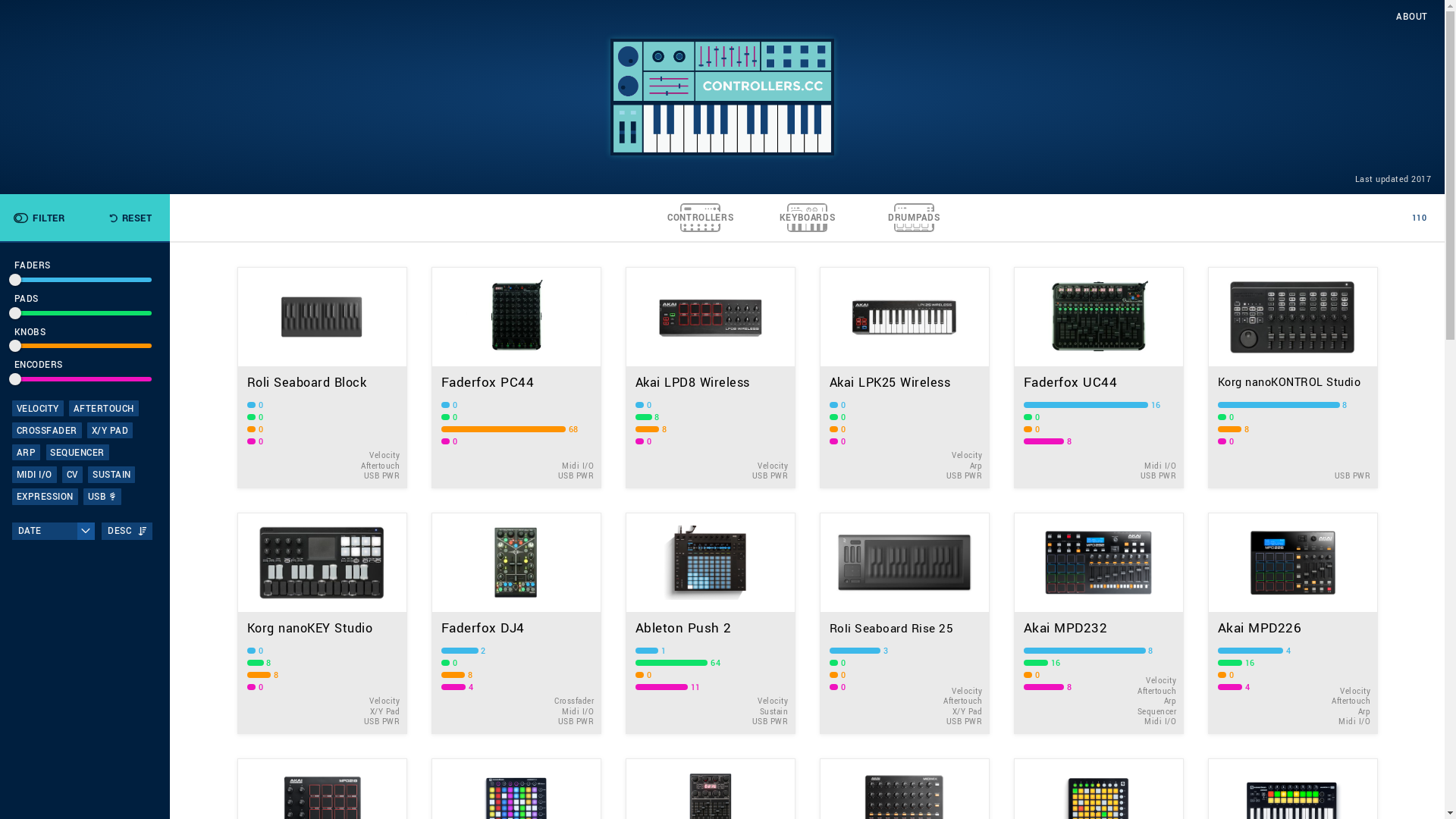 Image resolution: width=1456 pixels, height=819 pixels. I want to click on 'ARP', so click(26, 451).